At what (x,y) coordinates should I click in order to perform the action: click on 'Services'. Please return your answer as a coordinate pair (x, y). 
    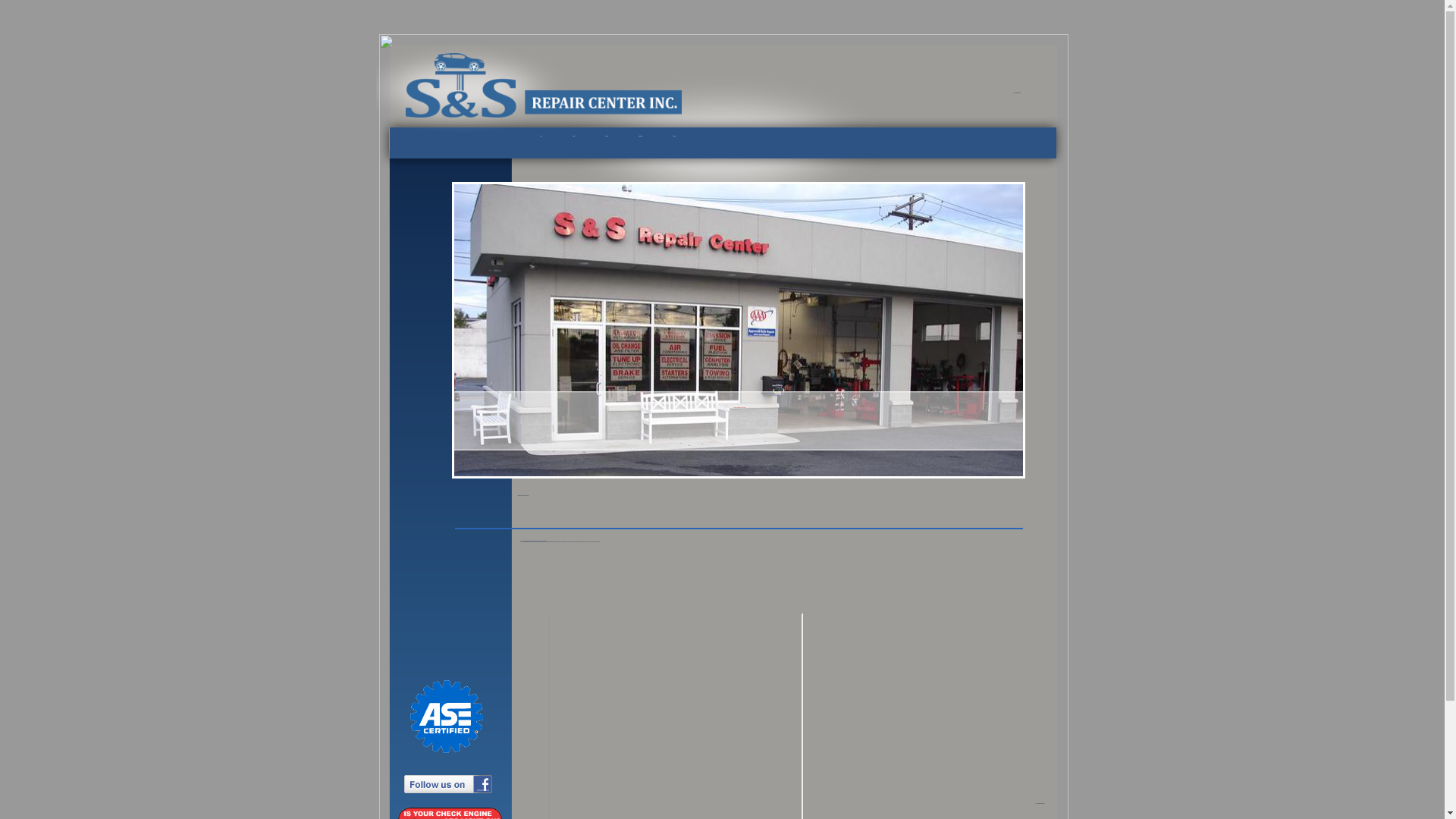
    Looking at the image, I should click on (573, 135).